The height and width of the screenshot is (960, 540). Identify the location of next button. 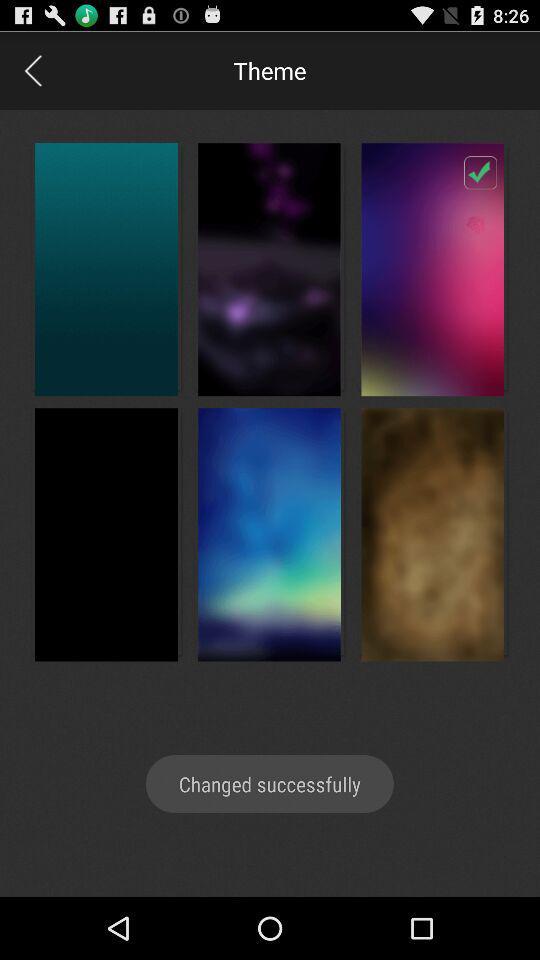
(31, 70).